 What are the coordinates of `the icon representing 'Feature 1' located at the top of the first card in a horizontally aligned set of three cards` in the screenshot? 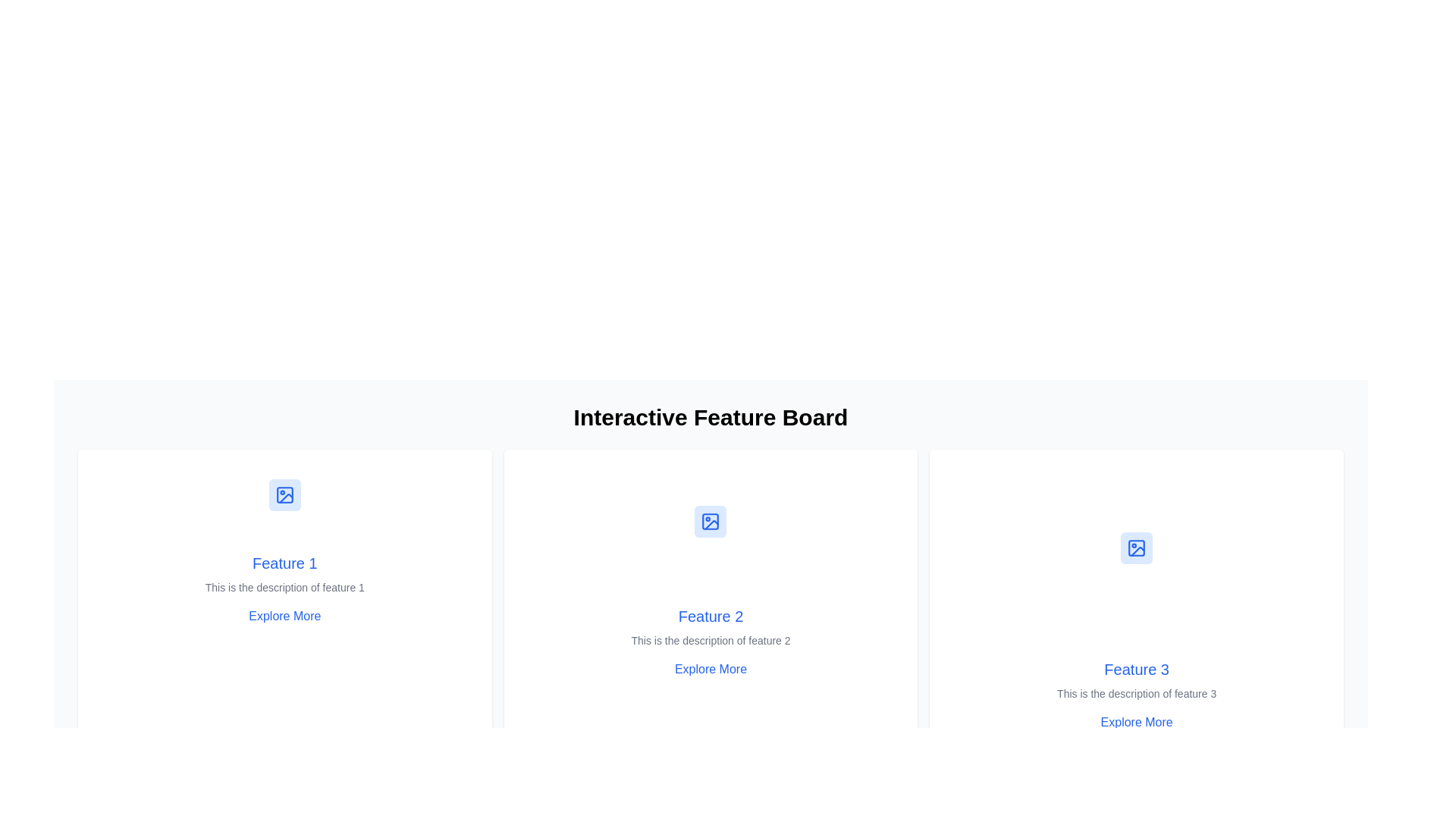 It's located at (284, 494).